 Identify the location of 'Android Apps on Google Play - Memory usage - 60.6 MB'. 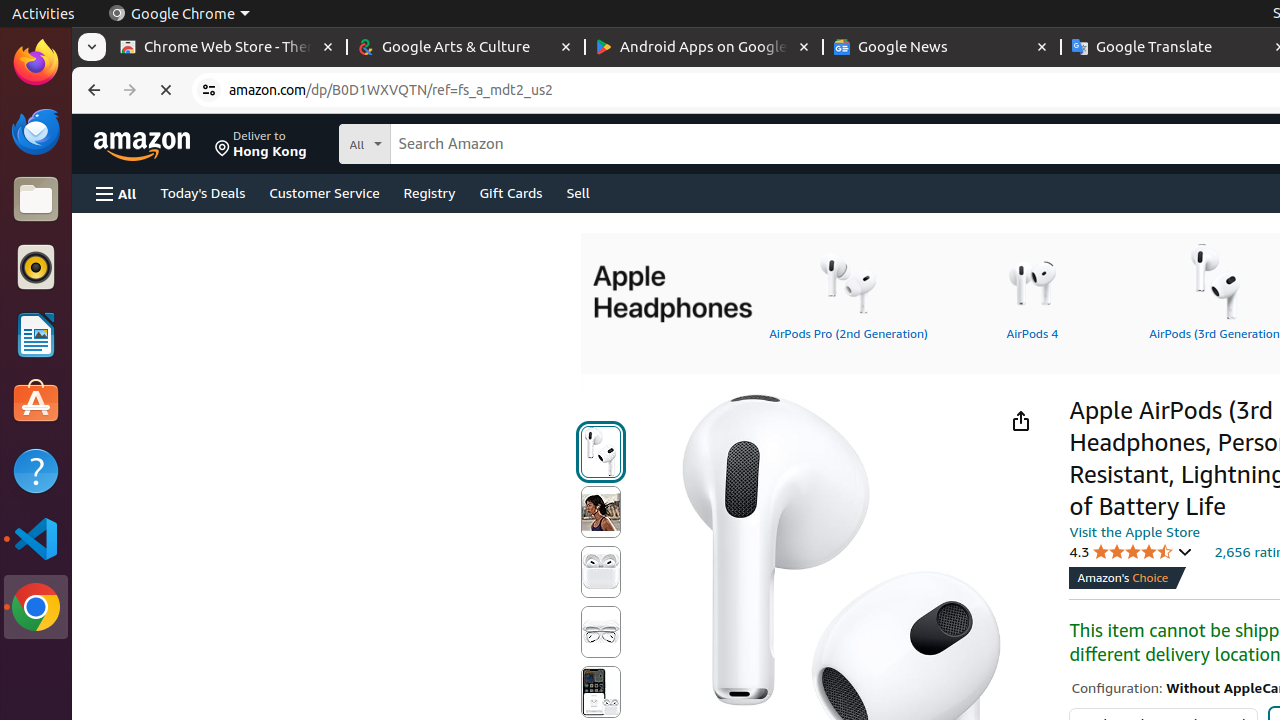
(704, 46).